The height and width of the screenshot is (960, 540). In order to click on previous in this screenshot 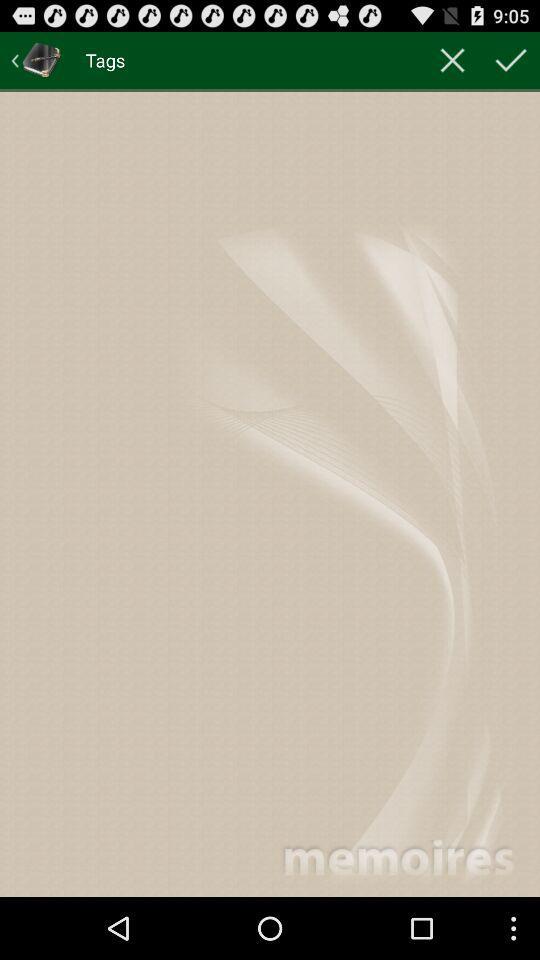, I will do `click(36, 59)`.